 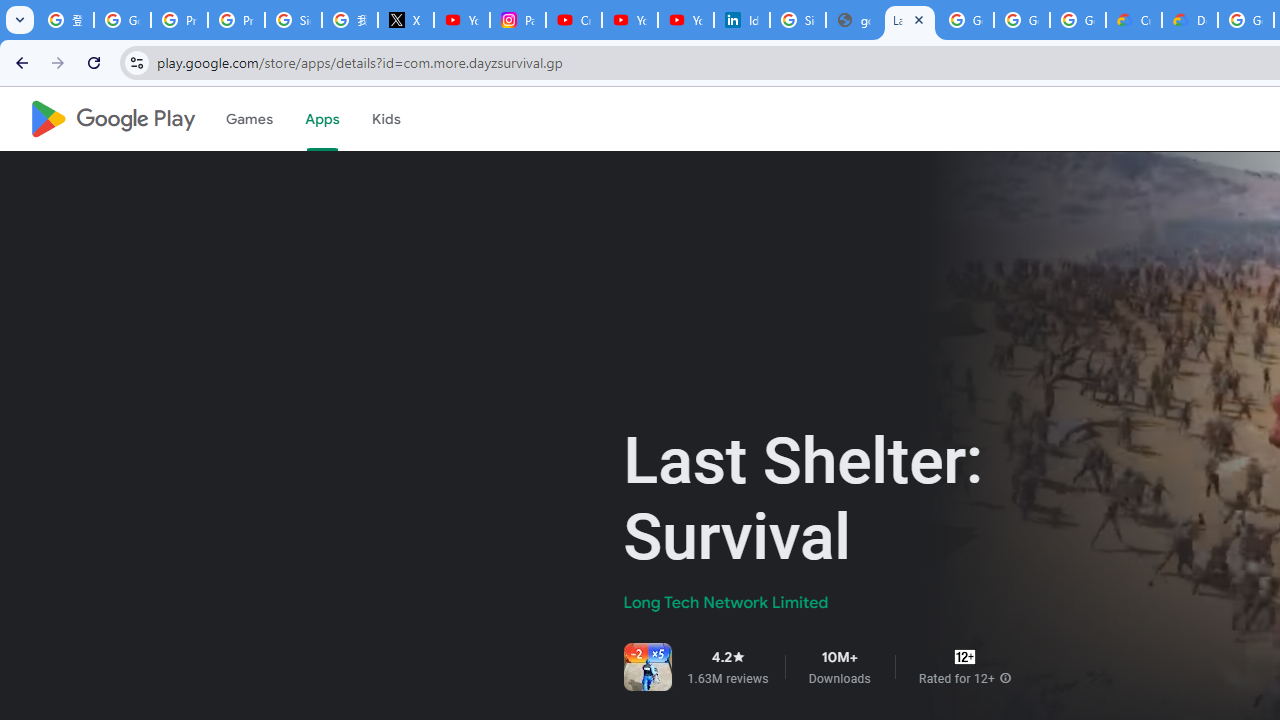 What do you see at coordinates (321, 119) in the screenshot?
I see `'Apps'` at bounding box center [321, 119].